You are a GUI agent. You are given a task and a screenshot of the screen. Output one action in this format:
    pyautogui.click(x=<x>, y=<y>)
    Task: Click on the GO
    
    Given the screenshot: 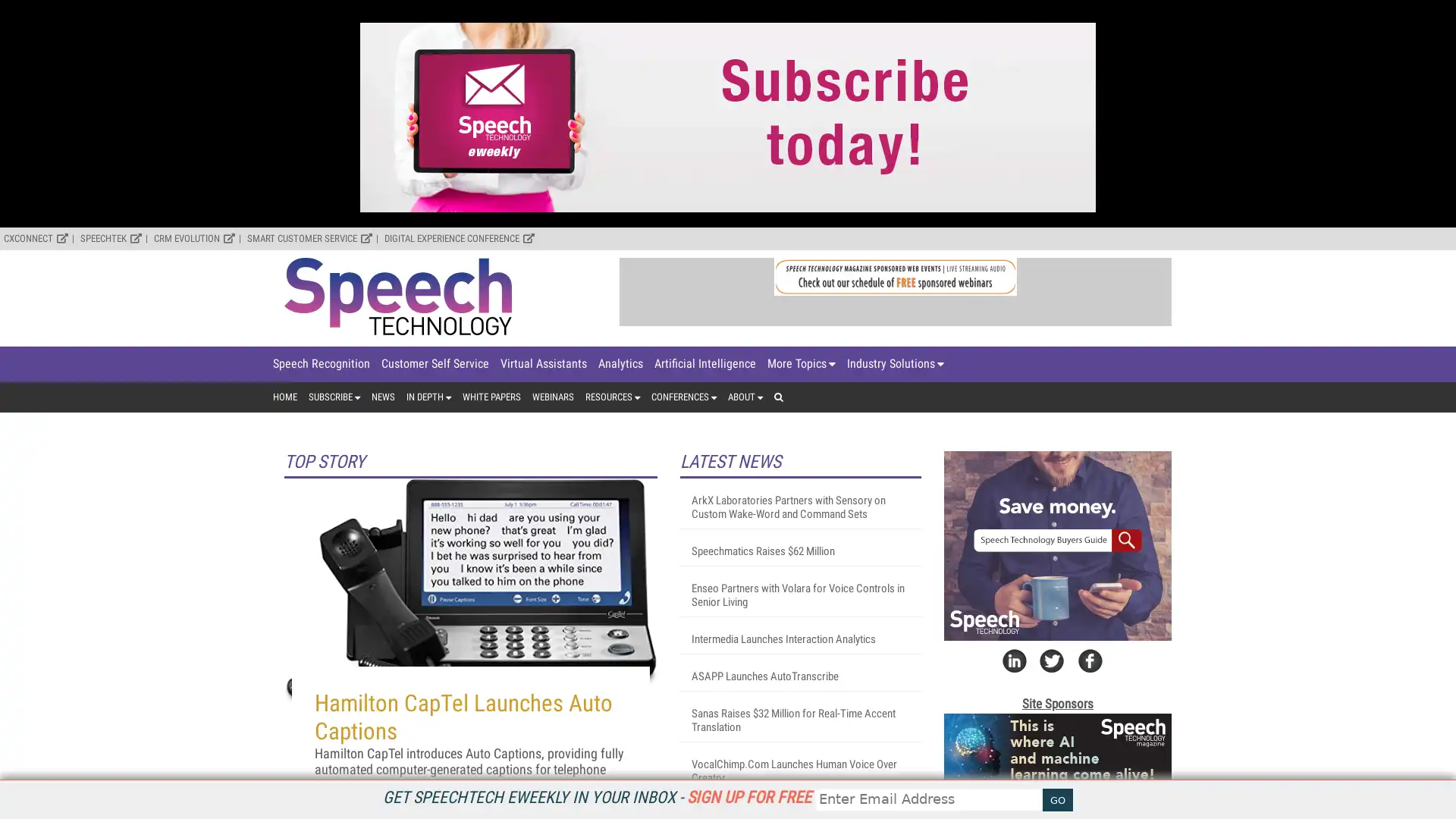 What is the action you would take?
    pyautogui.click(x=1057, y=799)
    